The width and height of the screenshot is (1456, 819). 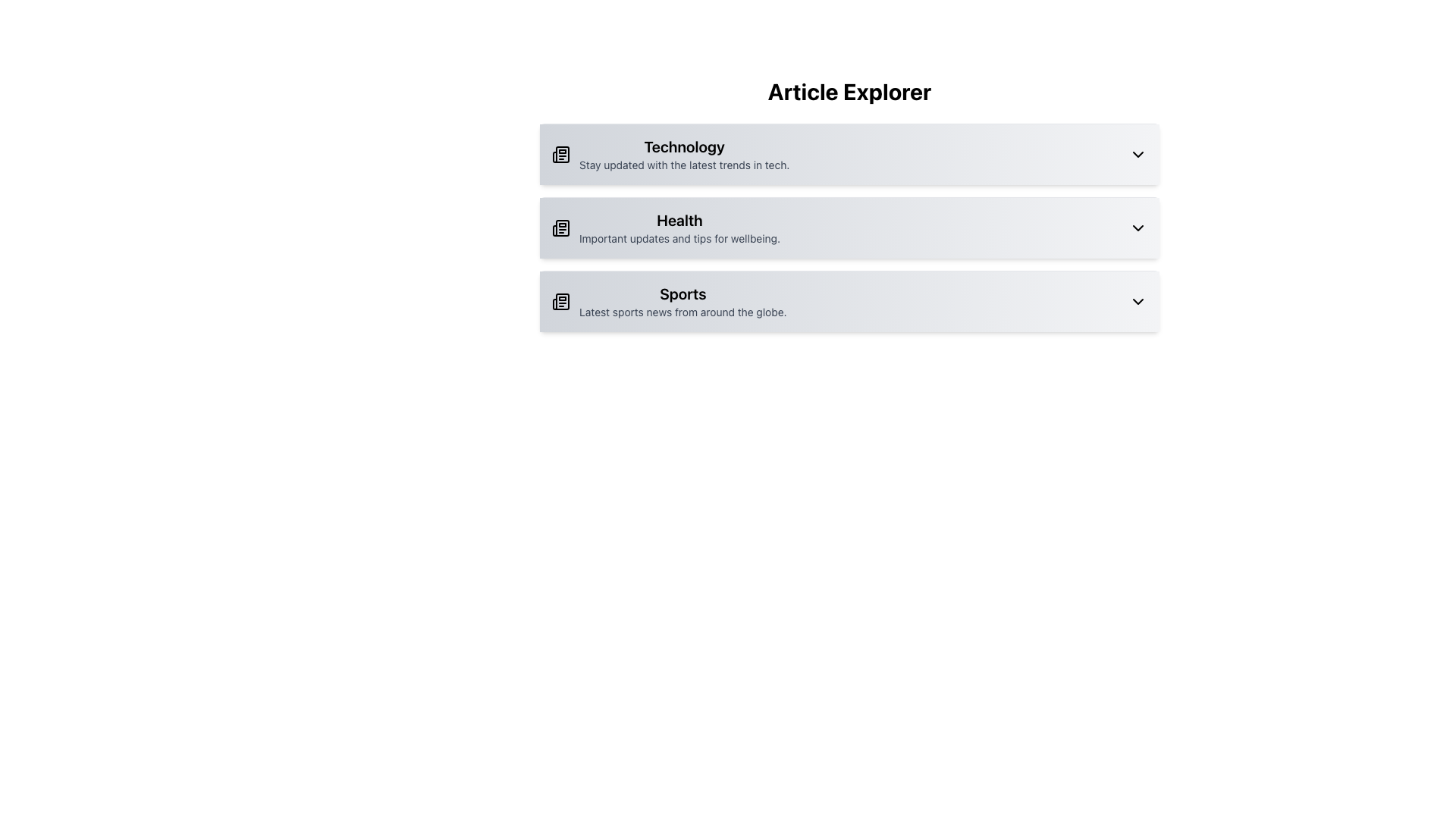 What do you see at coordinates (560, 155) in the screenshot?
I see `the newspaper icon located at the beginning of the 'Technology' row if it is enabled` at bounding box center [560, 155].